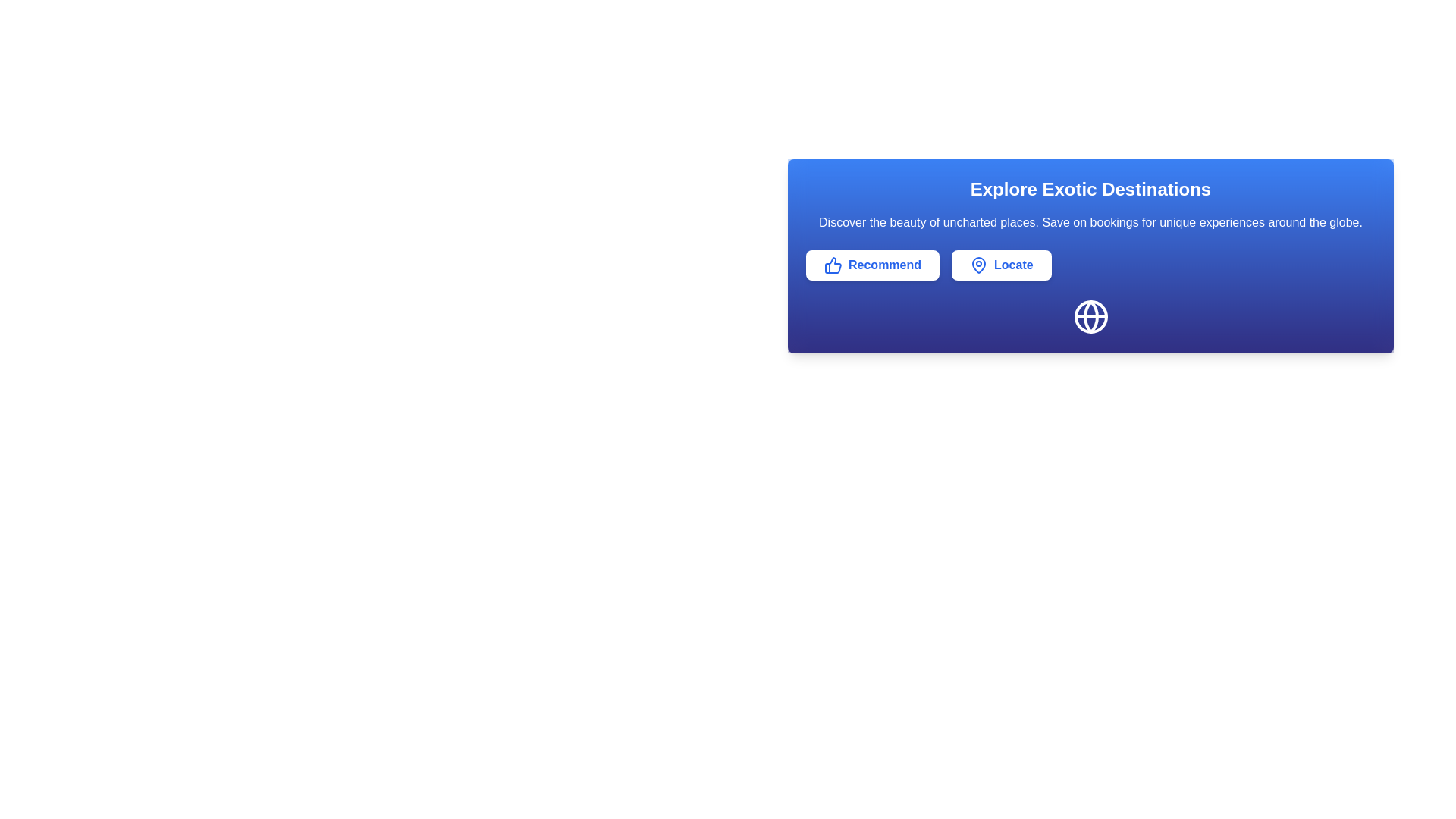 The image size is (1456, 819). What do you see at coordinates (1090, 315) in the screenshot?
I see `the decorative globe icon located in the bottom section of the panel, which represents travel and exploration` at bounding box center [1090, 315].